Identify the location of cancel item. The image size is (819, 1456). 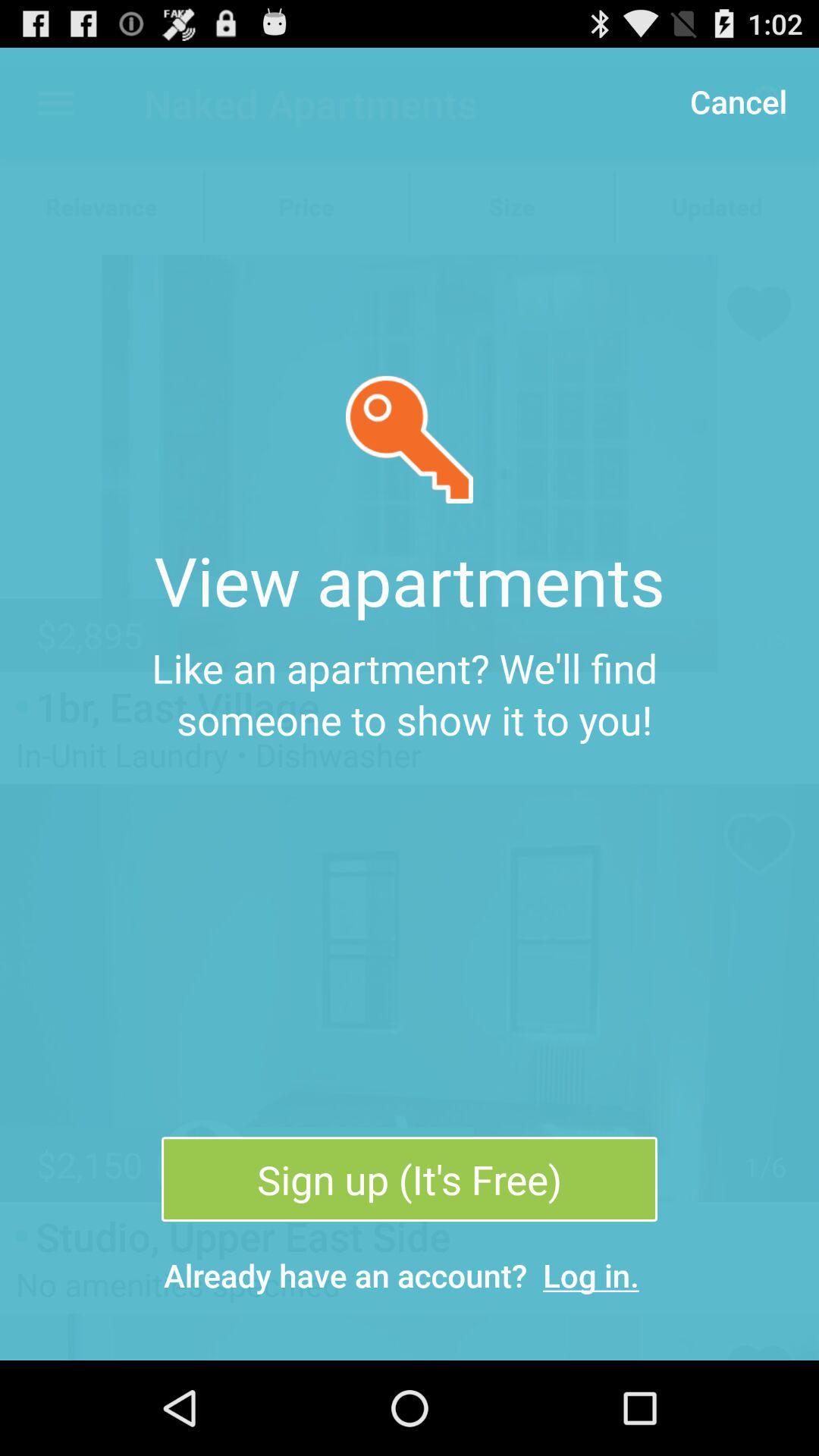
(737, 100).